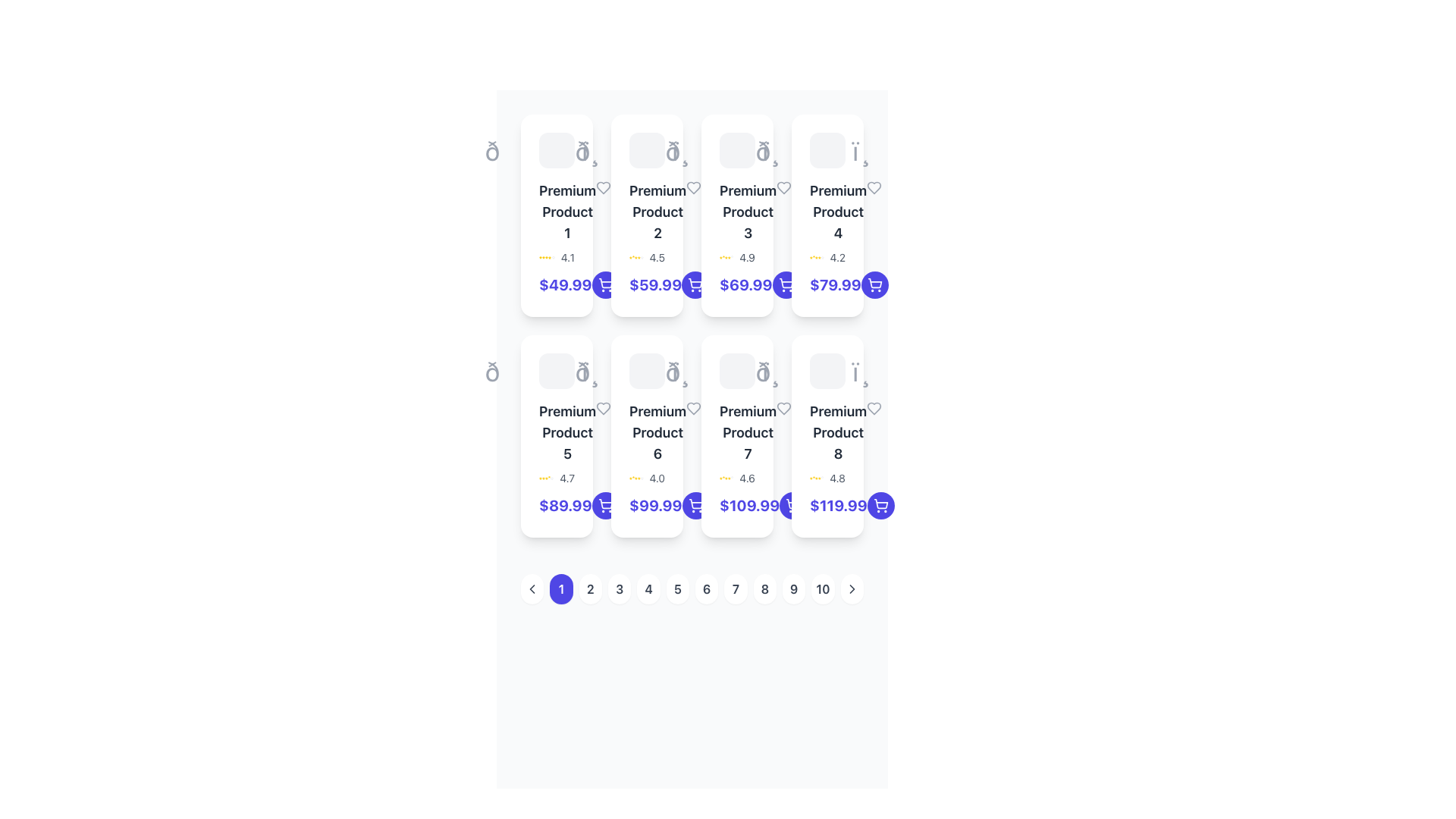 Image resolution: width=1456 pixels, height=819 pixels. What do you see at coordinates (874, 408) in the screenshot?
I see `the favorite button located in the bottom row, rightmost position of the Premium Product 8 card to mark the product as a favorite` at bounding box center [874, 408].